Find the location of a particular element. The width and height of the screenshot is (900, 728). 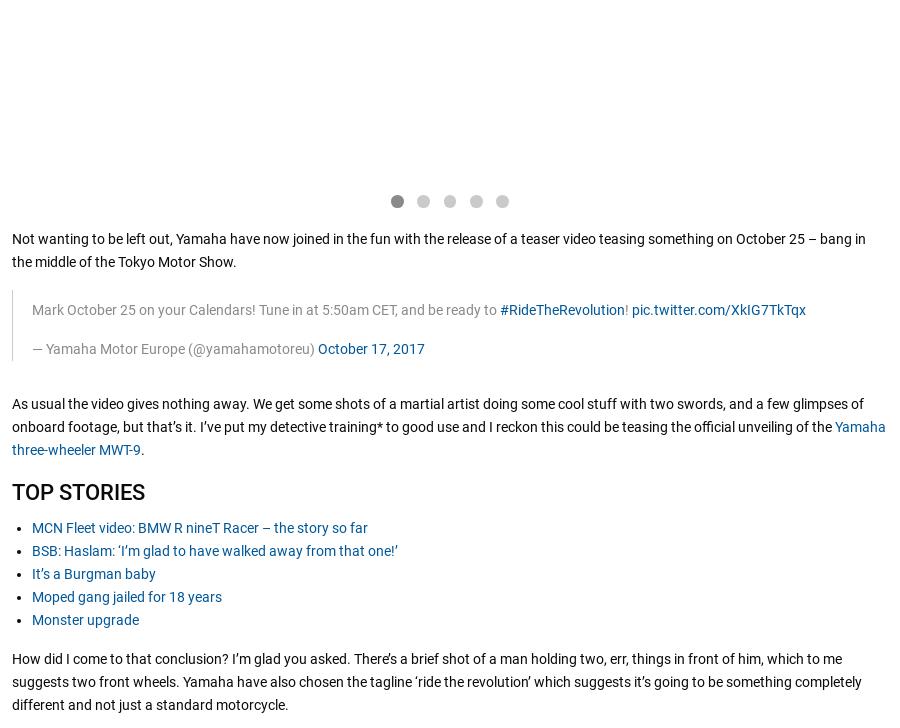

'TOP STORIES' is located at coordinates (77, 492).